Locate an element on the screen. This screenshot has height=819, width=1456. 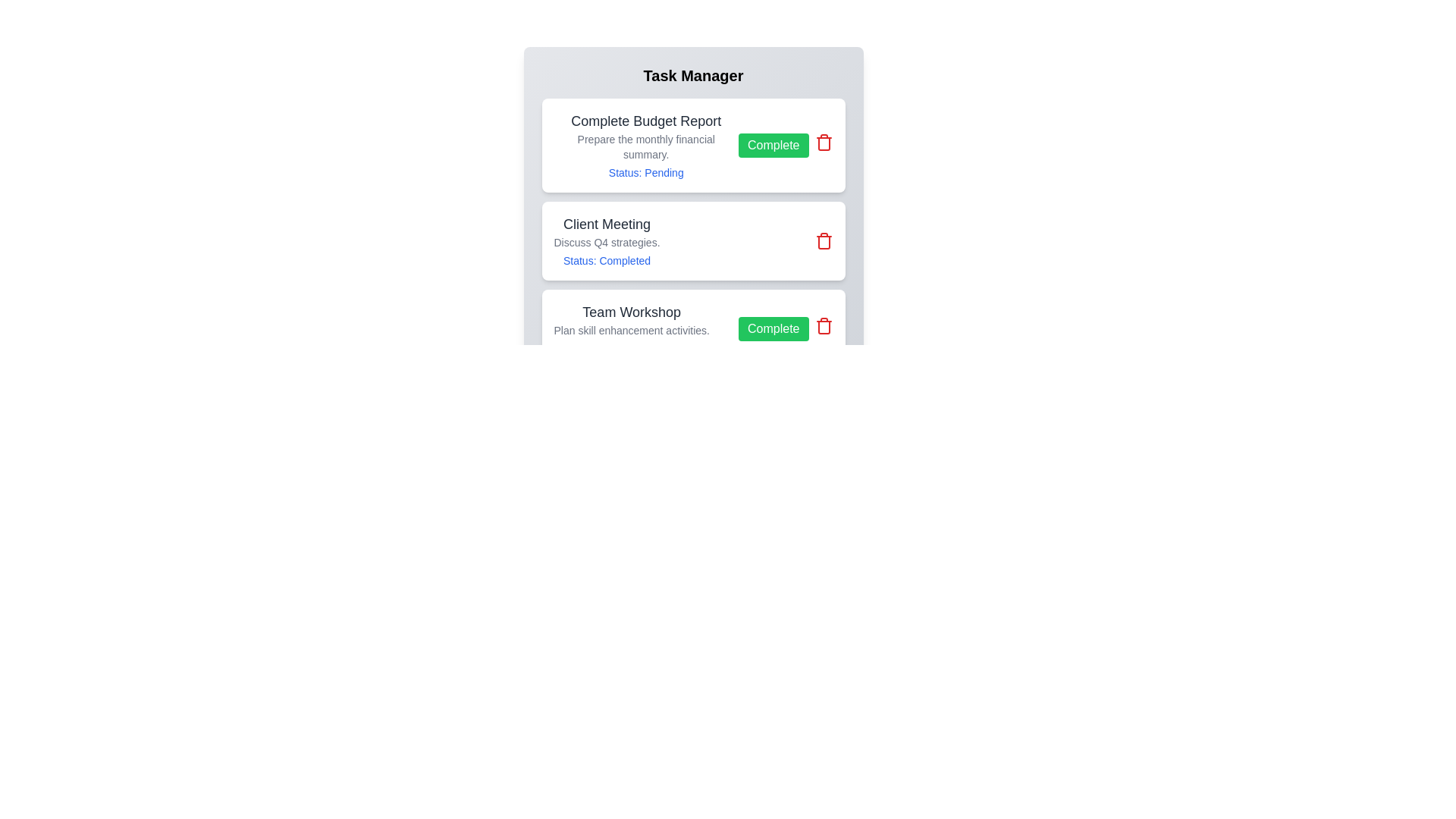
'Complete' button for the task titled 'Complete Budget Report' is located at coordinates (773, 146).